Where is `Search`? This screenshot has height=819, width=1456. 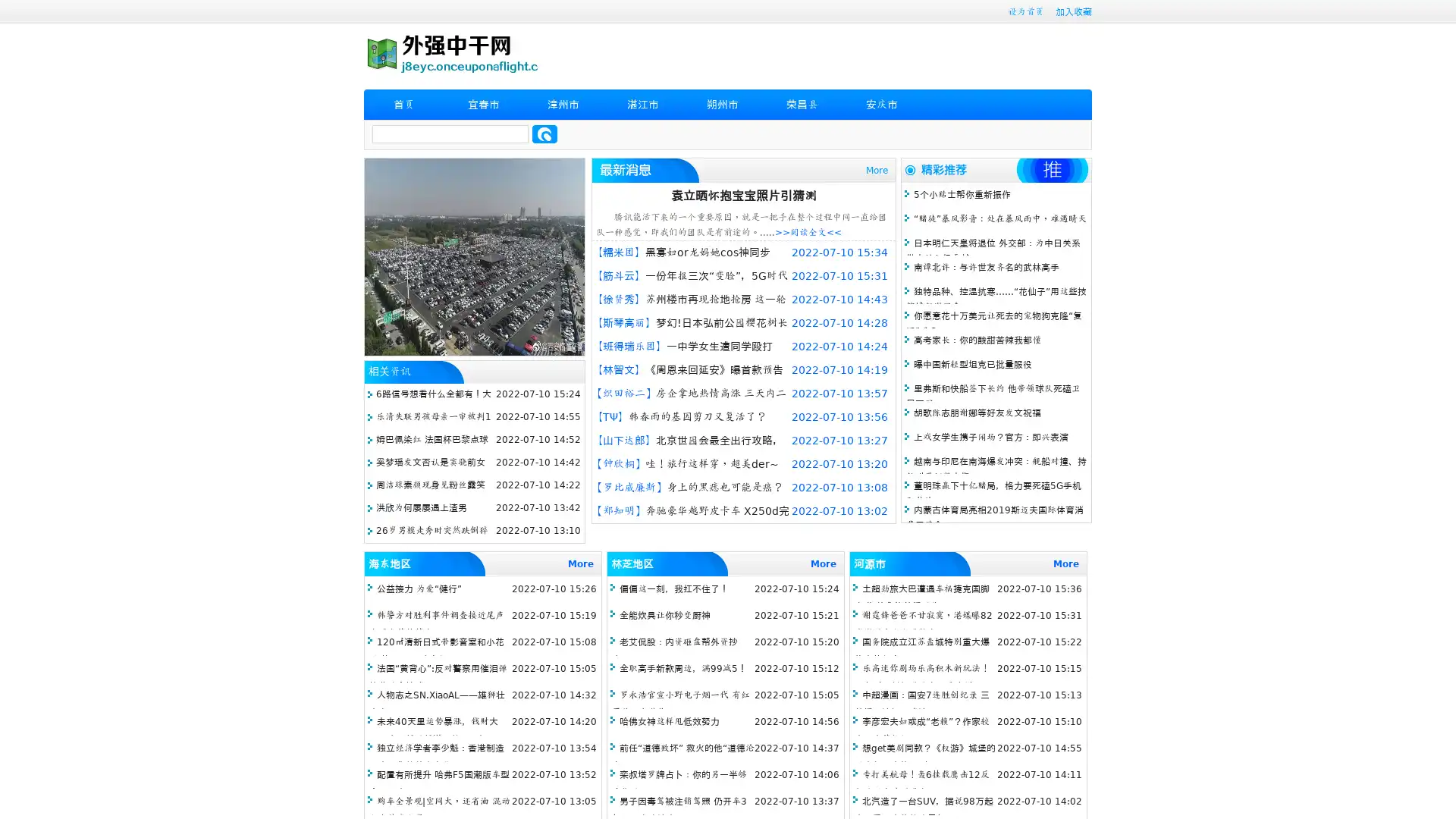
Search is located at coordinates (544, 133).